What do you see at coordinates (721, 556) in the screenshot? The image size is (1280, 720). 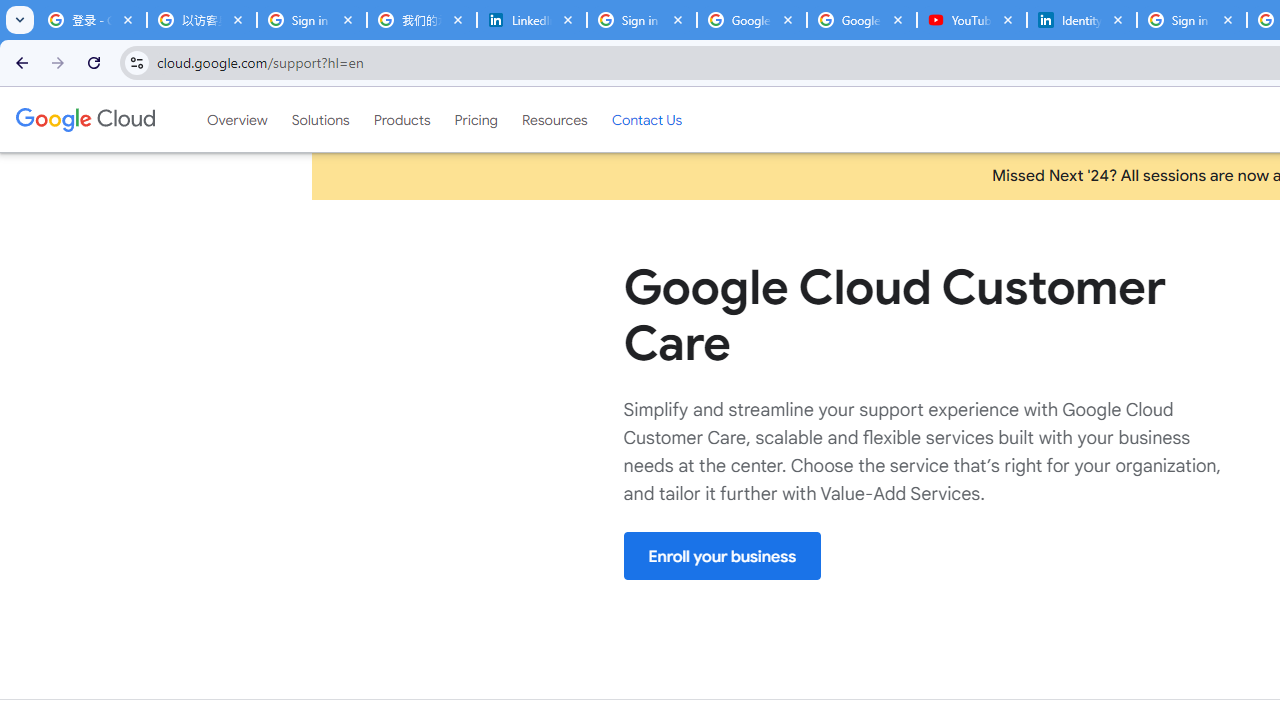 I see `'Enroll your business'` at bounding box center [721, 556].